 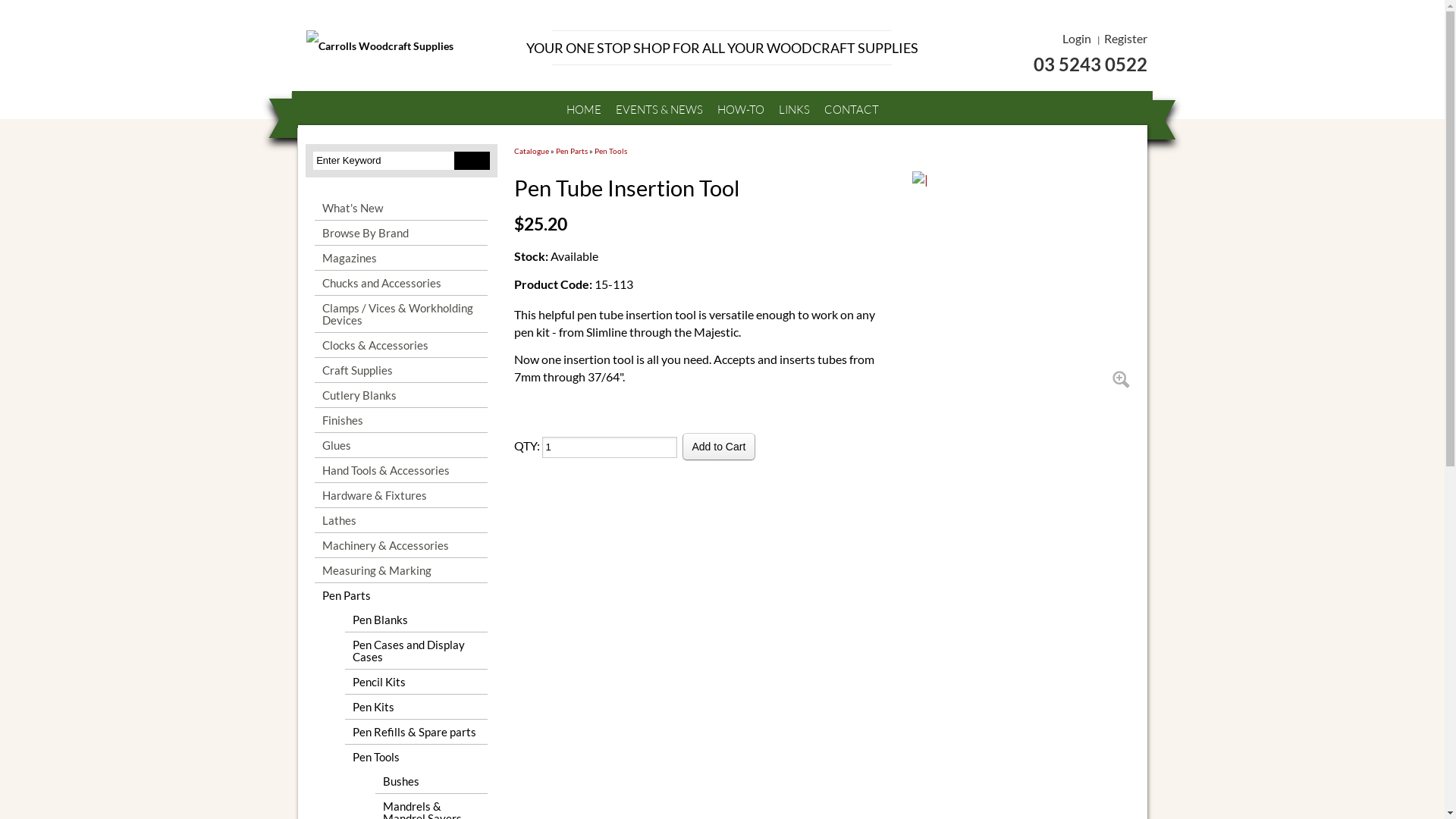 I want to click on 'Lathes', so click(x=313, y=519).